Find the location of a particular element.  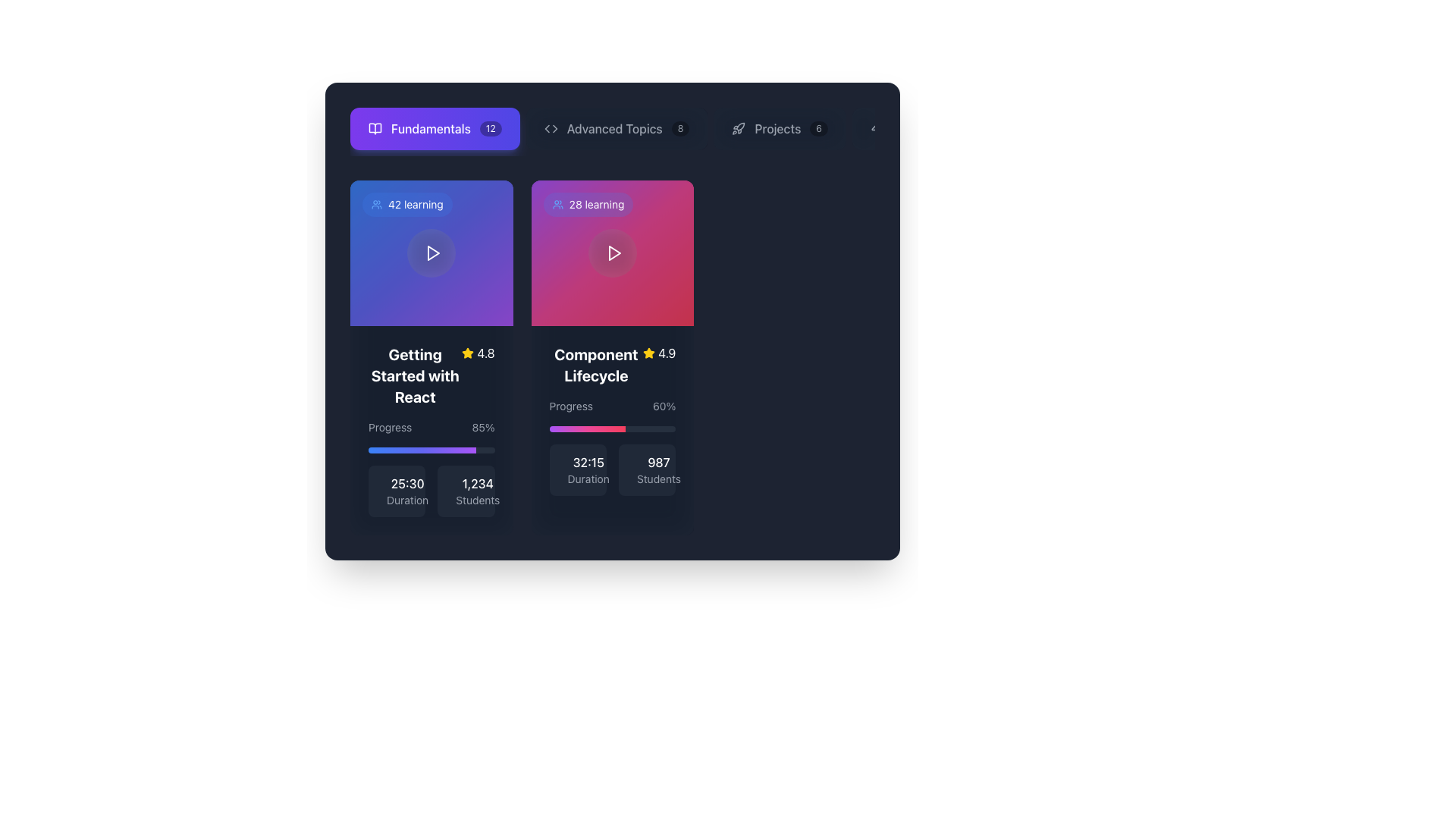

text label indicating the number of students involved in the learning activity, located in the top-left corner of the left card, above the play icon and below the user circular icon is located at coordinates (416, 205).